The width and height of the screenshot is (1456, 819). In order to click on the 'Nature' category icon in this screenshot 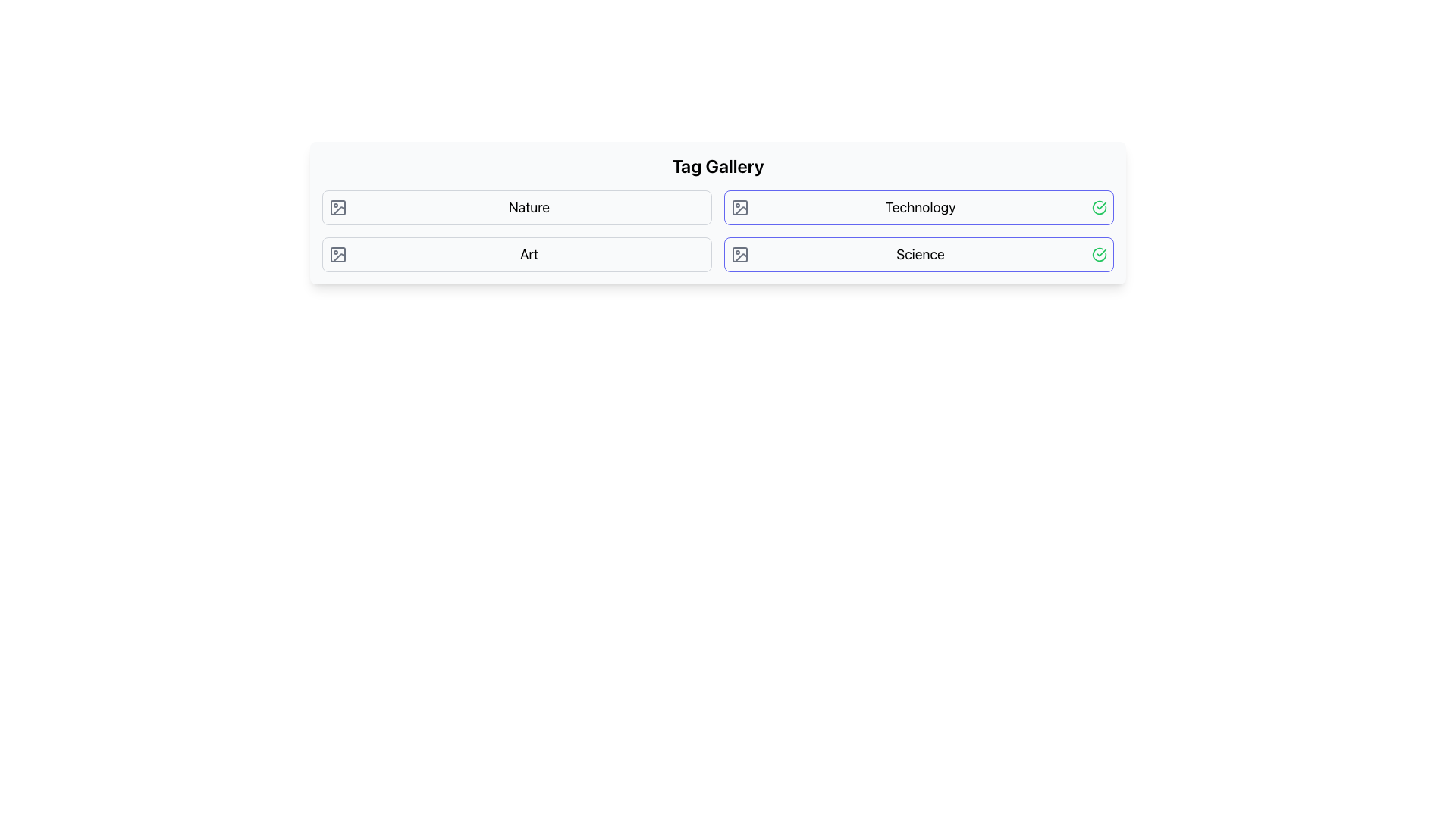, I will do `click(337, 207)`.